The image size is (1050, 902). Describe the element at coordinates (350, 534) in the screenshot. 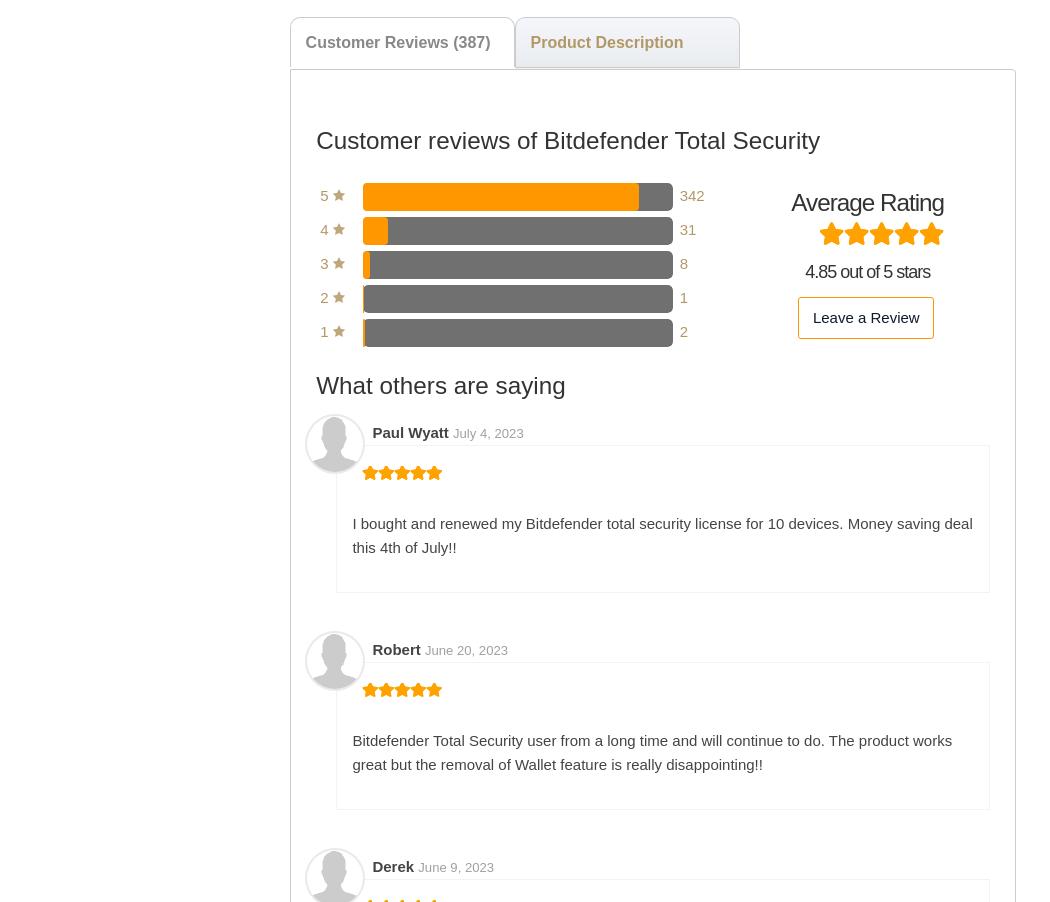

I see `'I bought and renewed my Bitdefender total security license for 10 devices. Money saving deal this 4th of July!!'` at that location.